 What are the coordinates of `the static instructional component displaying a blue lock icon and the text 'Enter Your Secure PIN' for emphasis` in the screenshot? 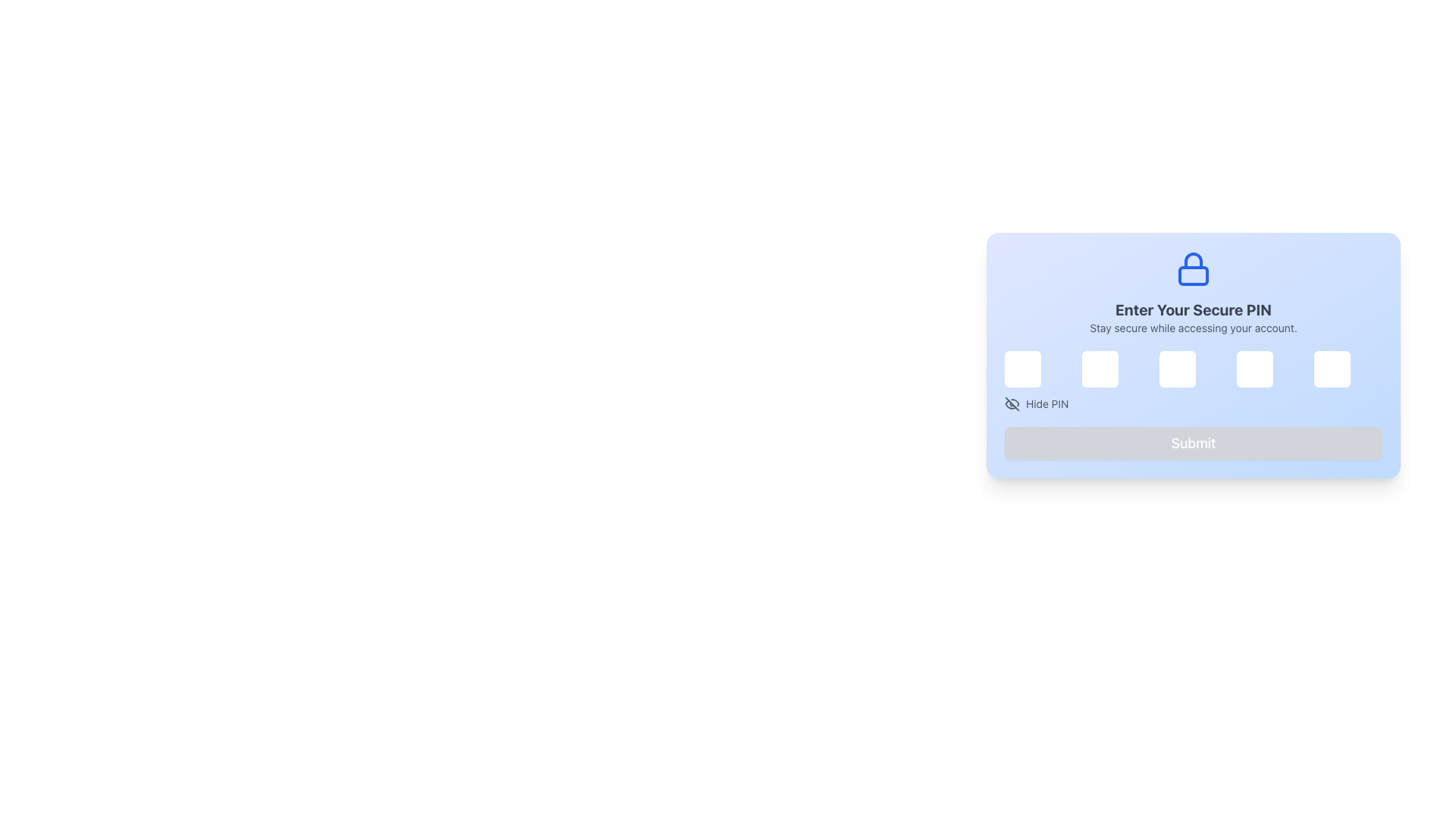 It's located at (1193, 293).